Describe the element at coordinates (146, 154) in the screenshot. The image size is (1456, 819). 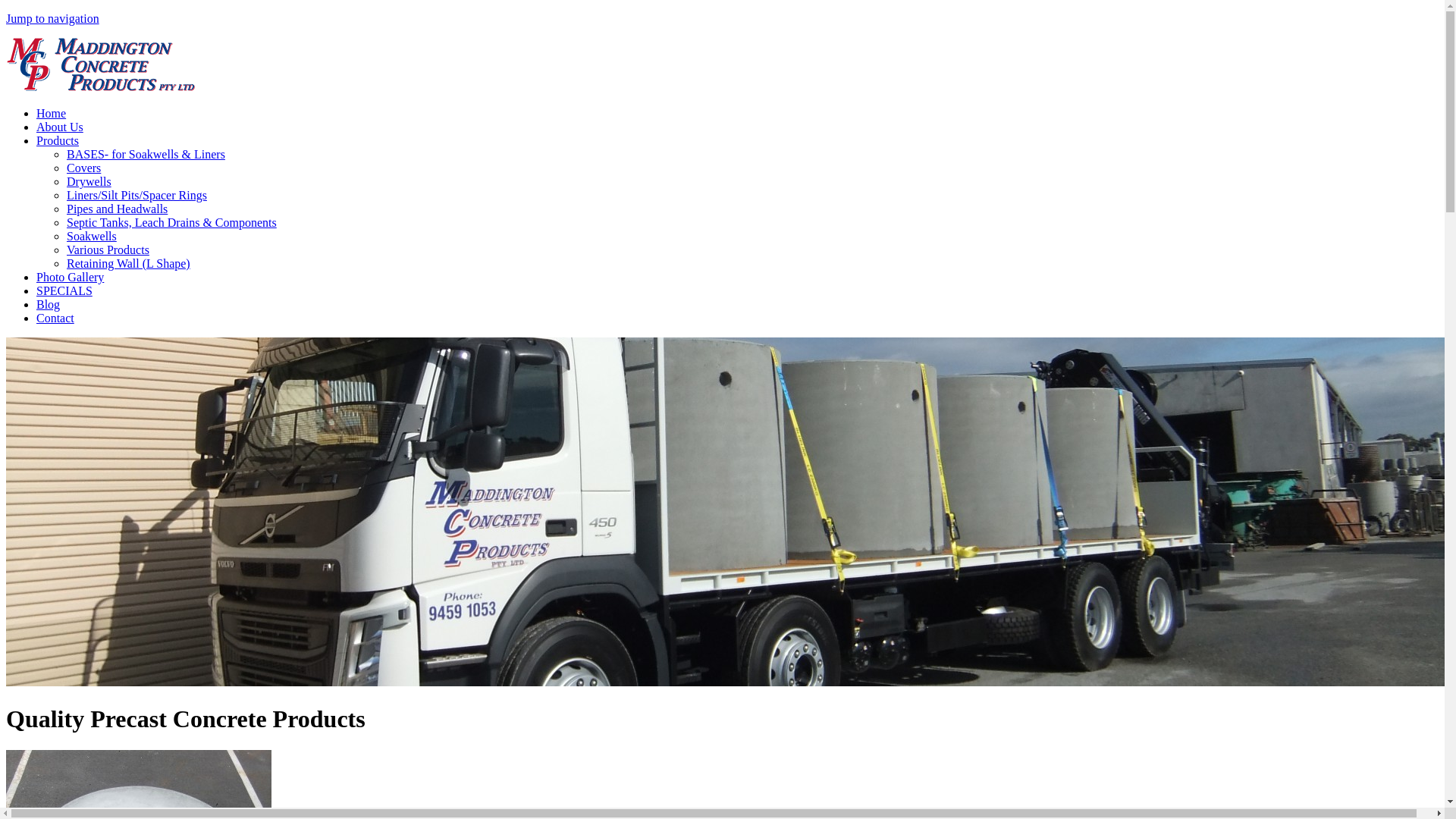
I see `'BASES- for Soakwells & Liners'` at that location.